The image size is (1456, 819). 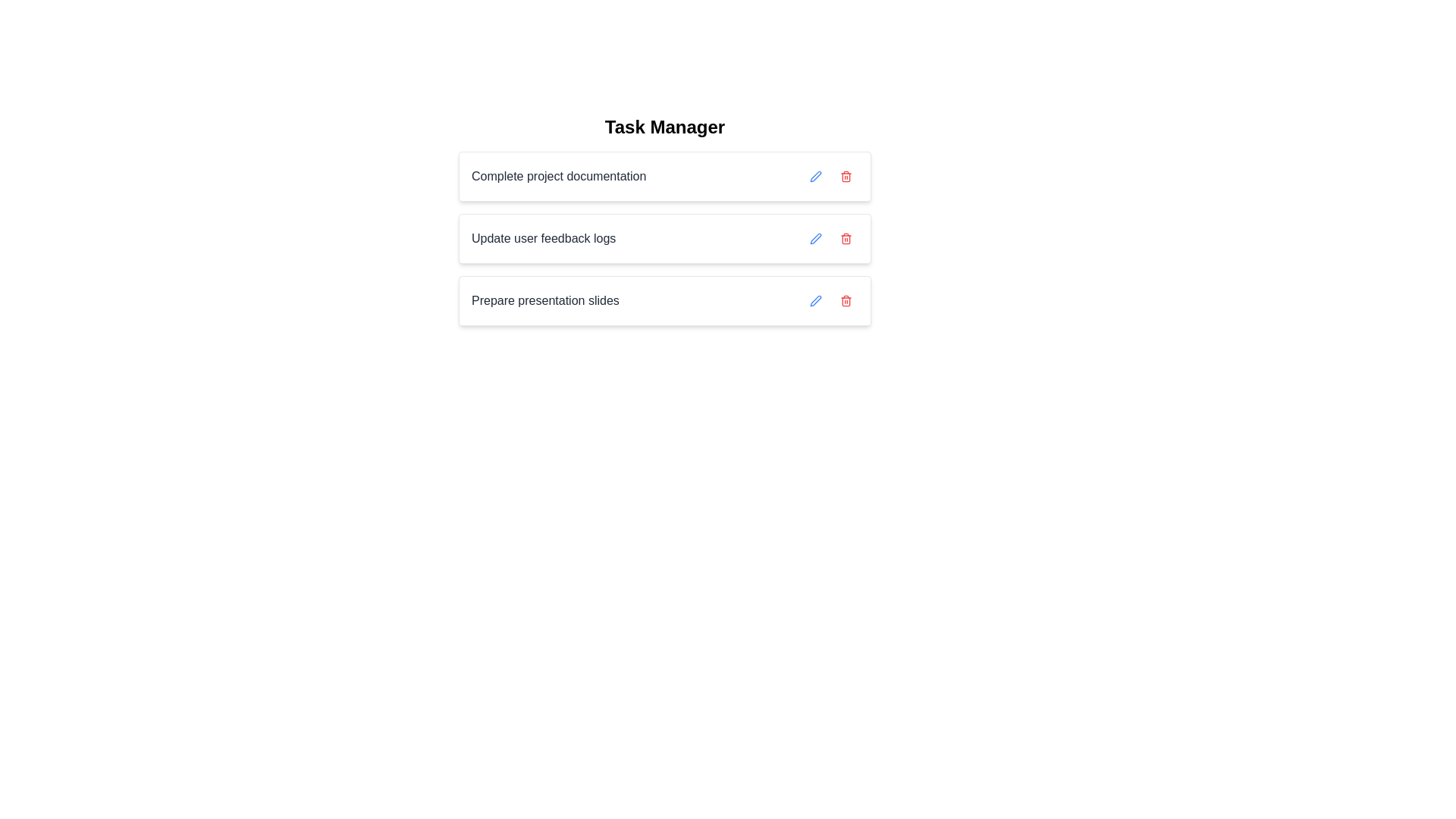 What do you see at coordinates (814, 300) in the screenshot?
I see `the edit icon represented by a pen located at the right side of the second task entry` at bounding box center [814, 300].